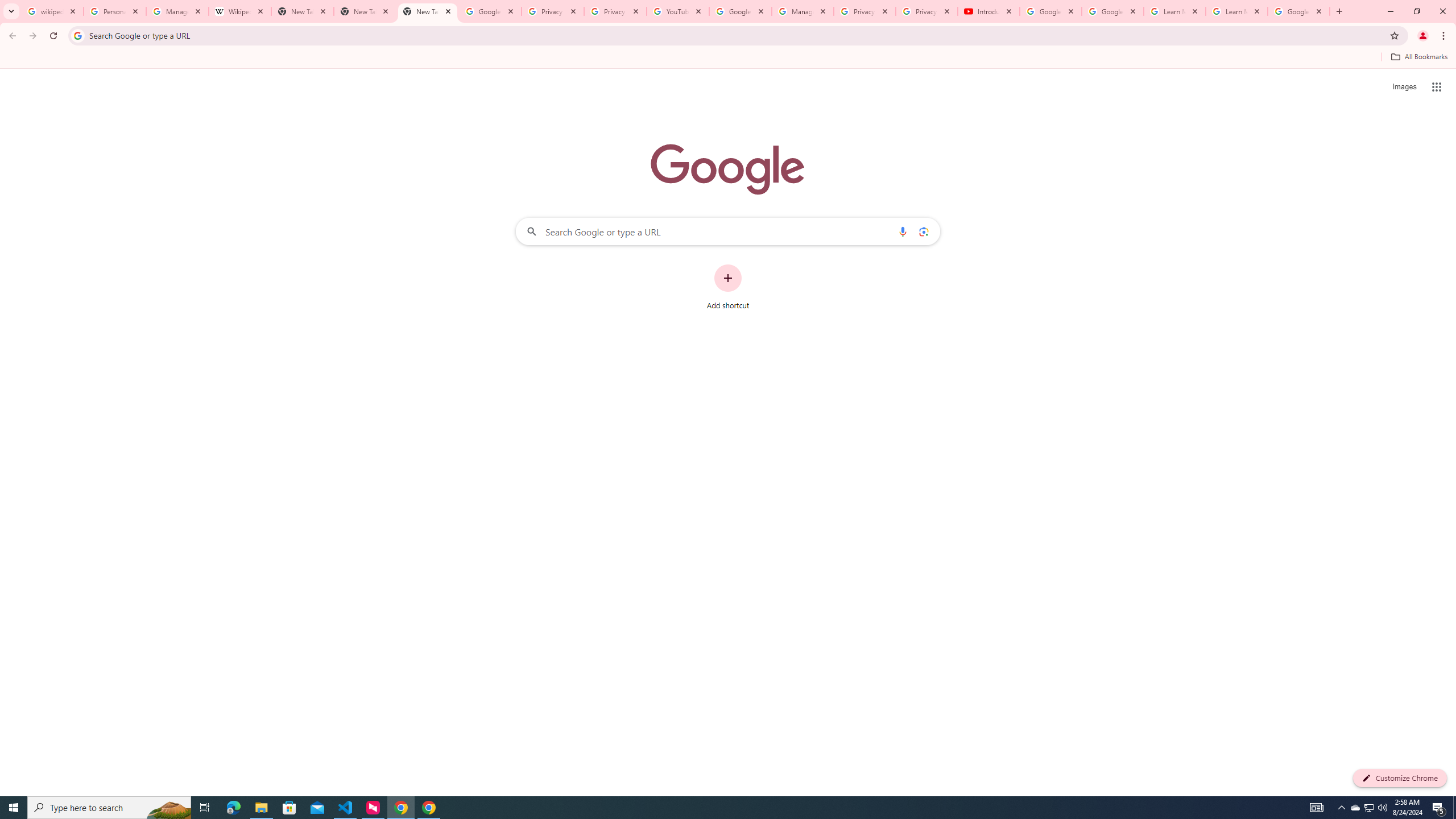  Describe the element at coordinates (1404, 87) in the screenshot. I see `'Search for Images '` at that location.